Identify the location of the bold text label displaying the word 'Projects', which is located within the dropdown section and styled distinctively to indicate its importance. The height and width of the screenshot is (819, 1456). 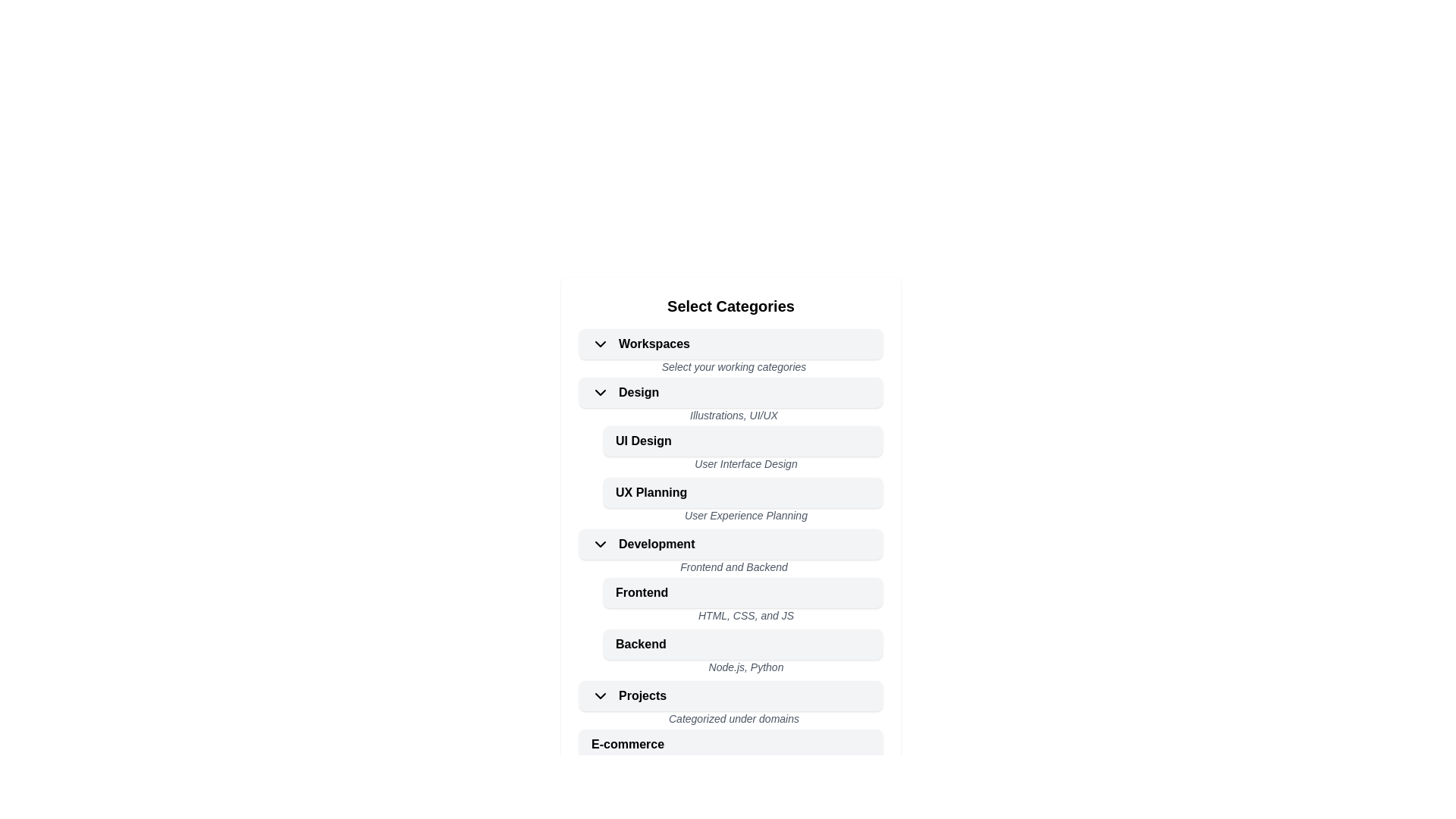
(642, 696).